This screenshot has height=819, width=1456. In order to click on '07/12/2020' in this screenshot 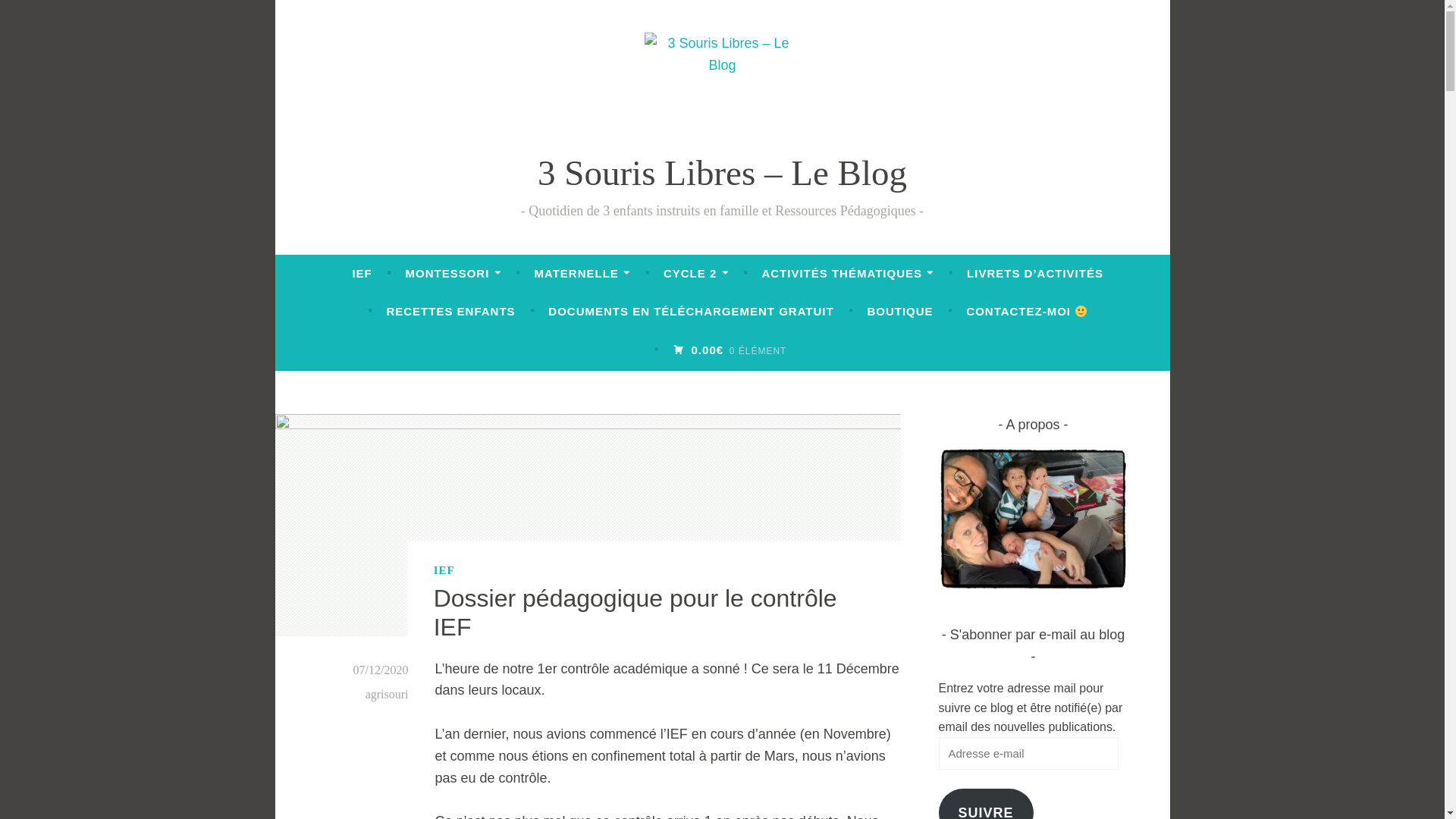, I will do `click(352, 669)`.